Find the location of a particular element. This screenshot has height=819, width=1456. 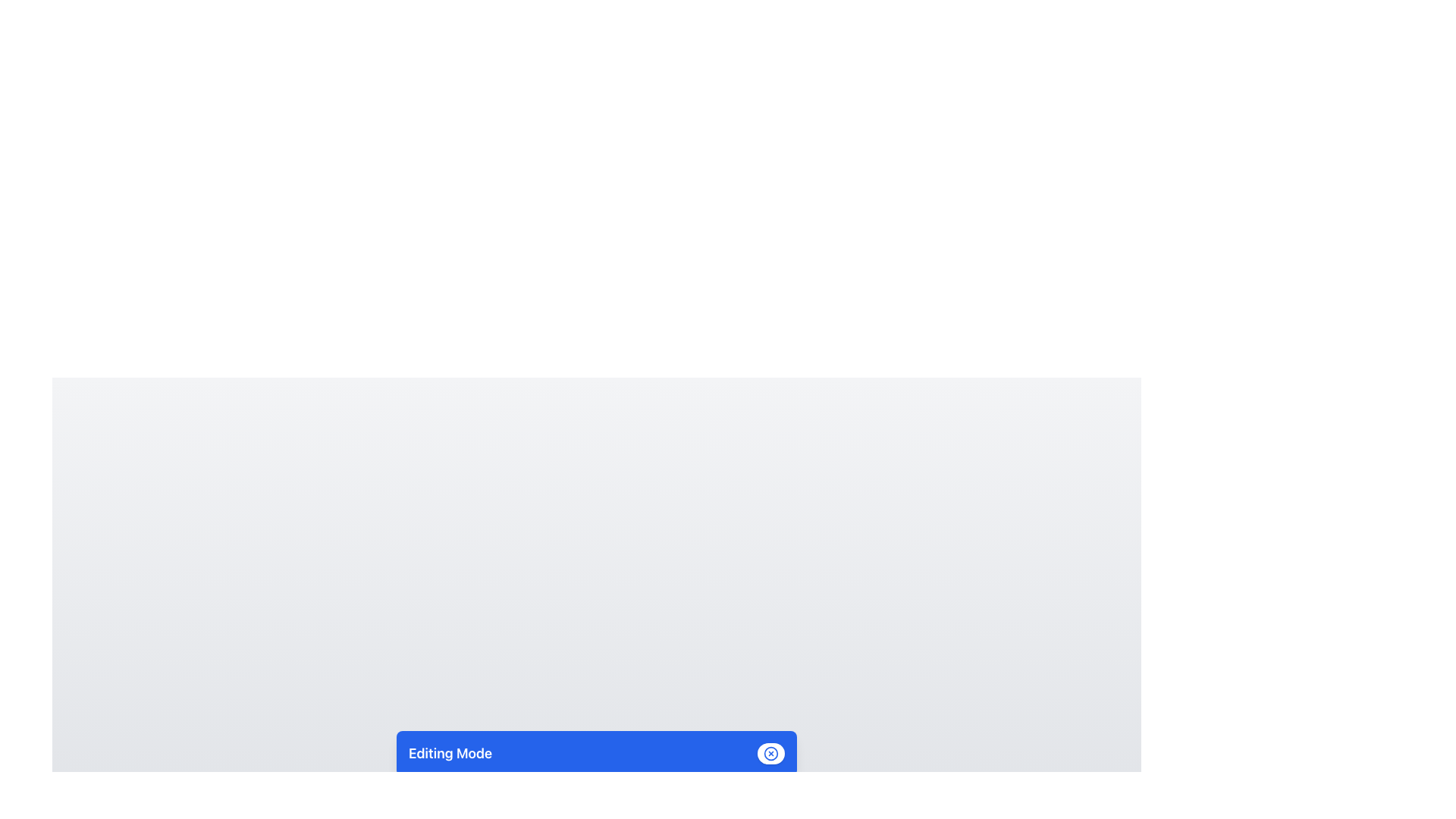

the button located on the right edge of the blue bar labeled 'Editing Mode' is located at coordinates (771, 754).